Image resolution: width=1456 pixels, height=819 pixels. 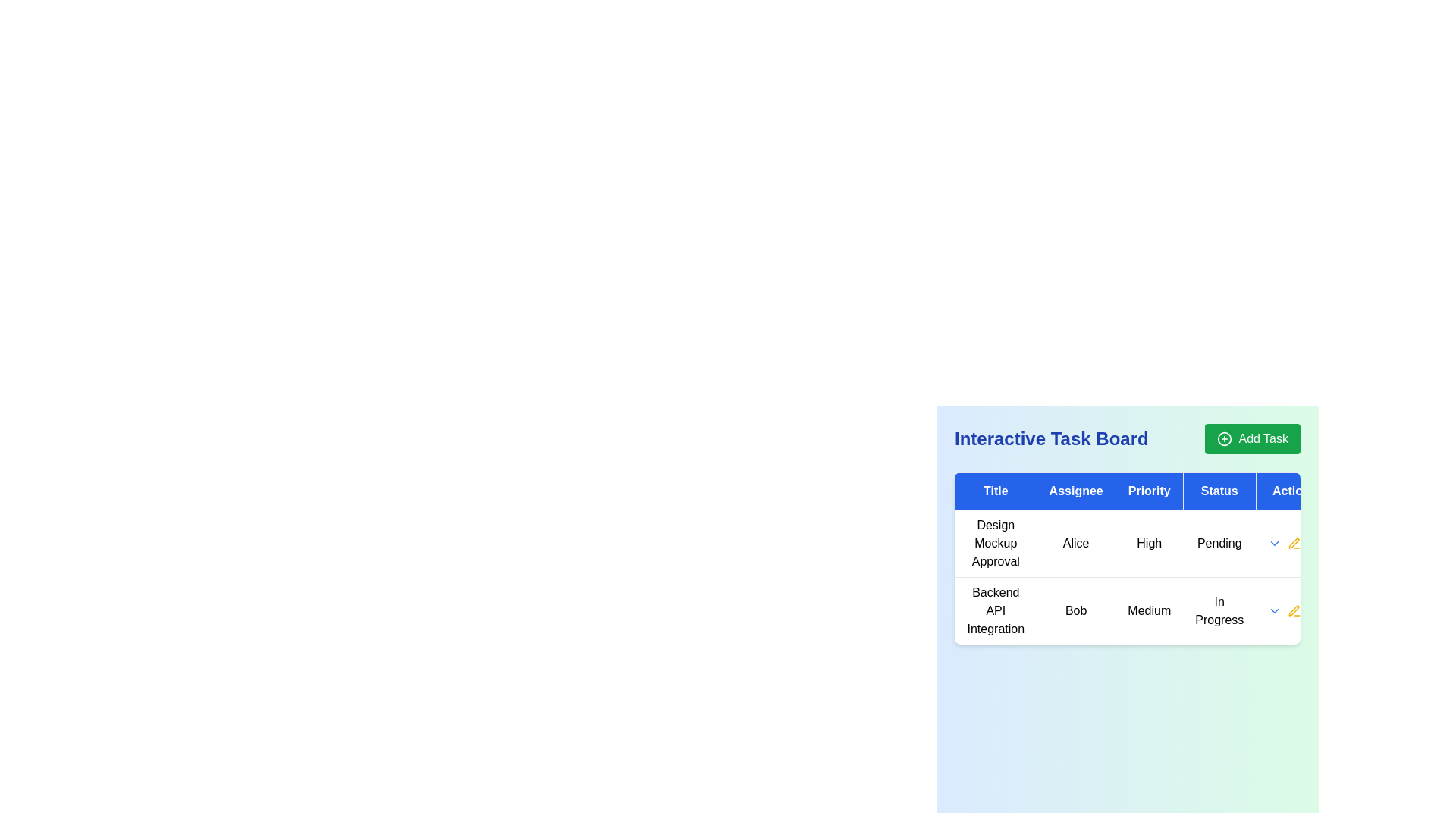 What do you see at coordinates (996, 610) in the screenshot?
I see `the text label reading 'Backend API Integration' located in the second row of the table under the 'Title' column` at bounding box center [996, 610].